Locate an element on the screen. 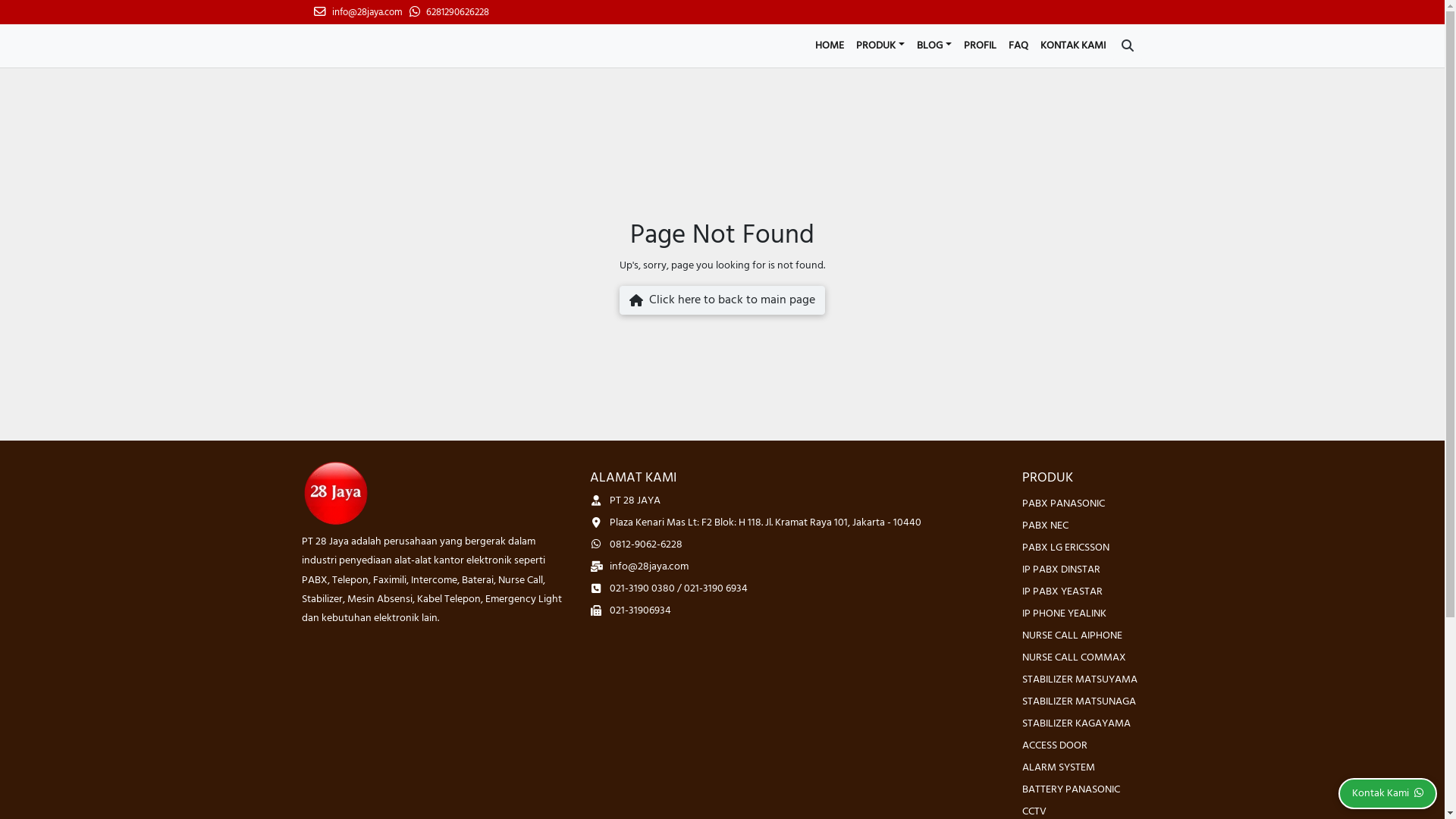  'STABILIZER MATSUNAGA' is located at coordinates (1078, 701).